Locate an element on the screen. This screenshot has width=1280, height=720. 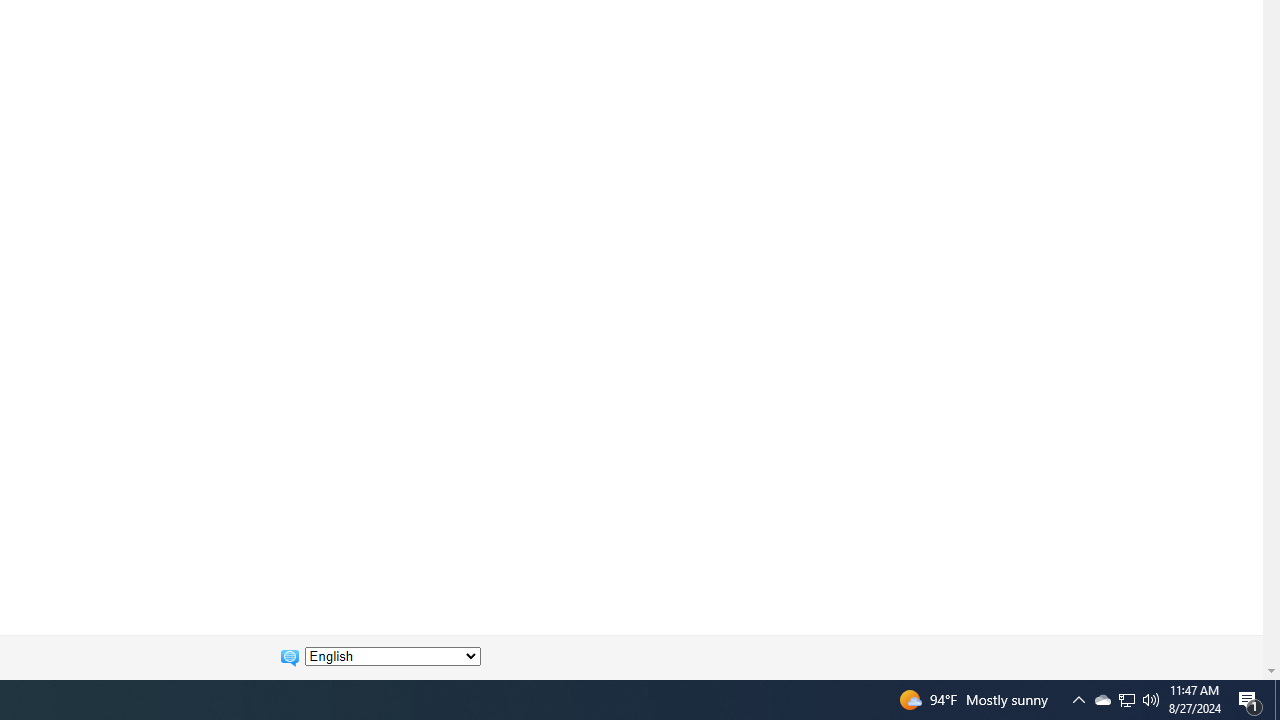
'Change language:' is located at coordinates (392, 656).